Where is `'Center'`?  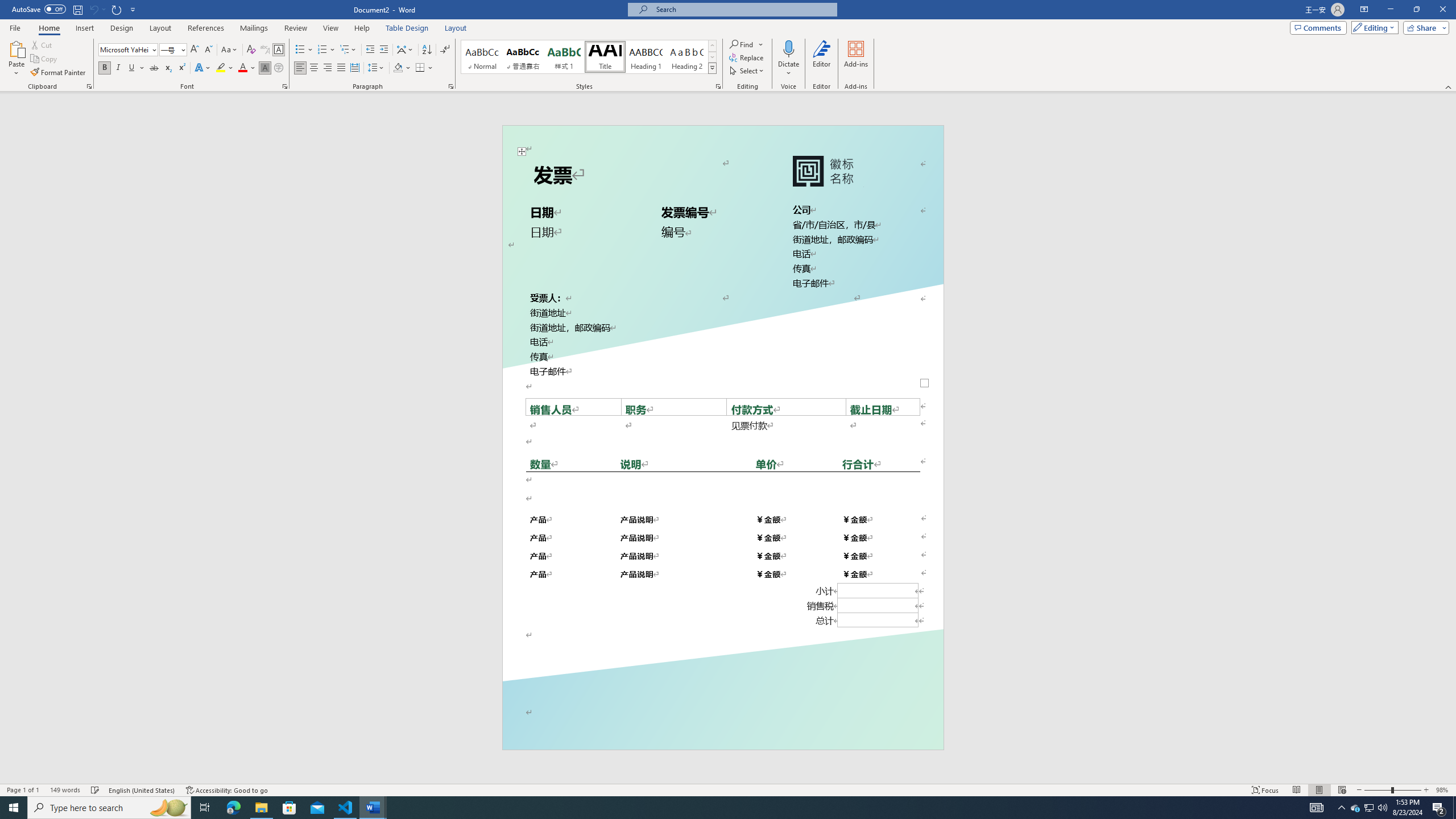 'Center' is located at coordinates (313, 67).